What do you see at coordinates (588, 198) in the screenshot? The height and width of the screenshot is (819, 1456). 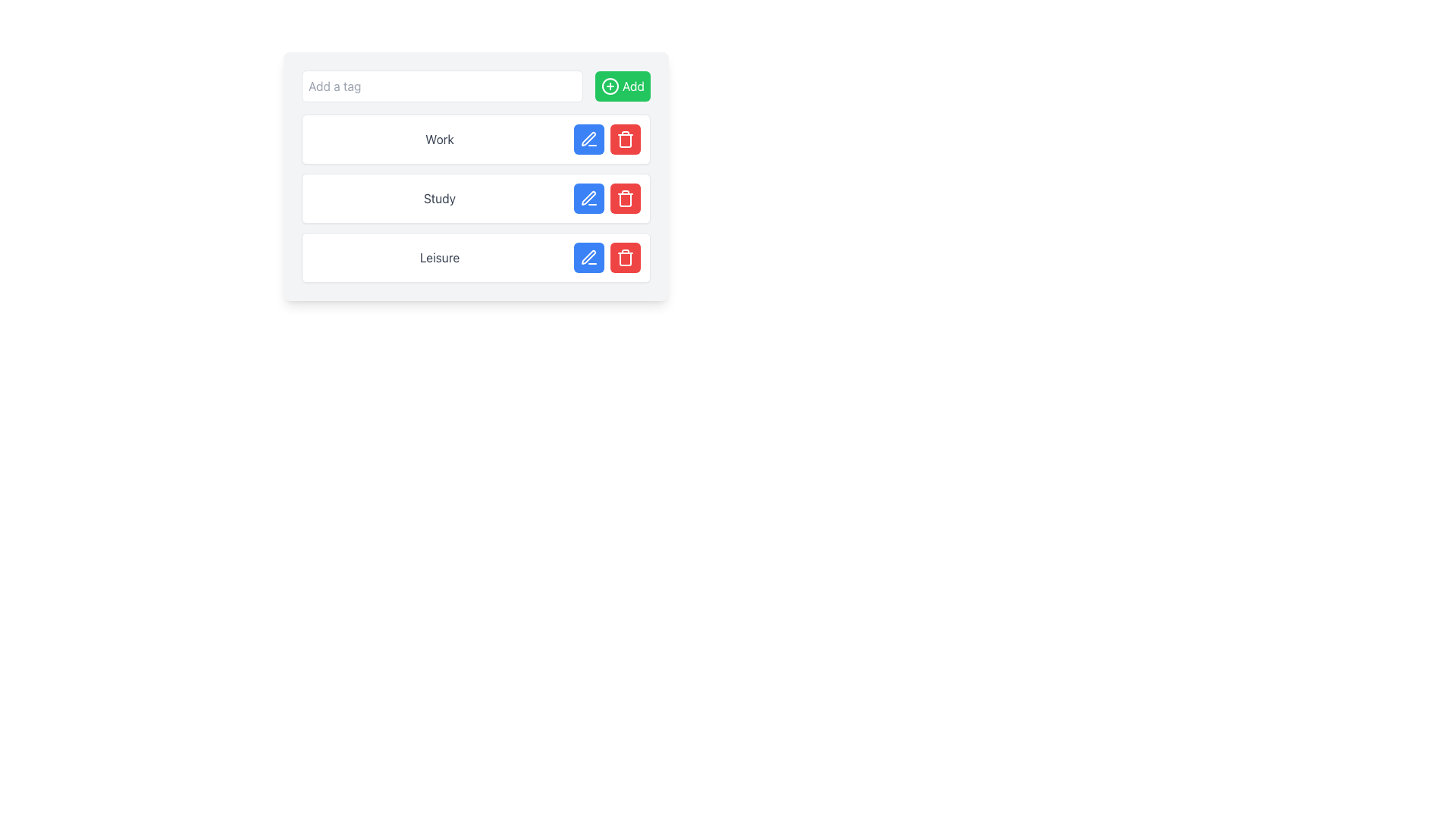 I see `the edit button (icon button with a pen symbol) located next to the 'Study' label` at bounding box center [588, 198].